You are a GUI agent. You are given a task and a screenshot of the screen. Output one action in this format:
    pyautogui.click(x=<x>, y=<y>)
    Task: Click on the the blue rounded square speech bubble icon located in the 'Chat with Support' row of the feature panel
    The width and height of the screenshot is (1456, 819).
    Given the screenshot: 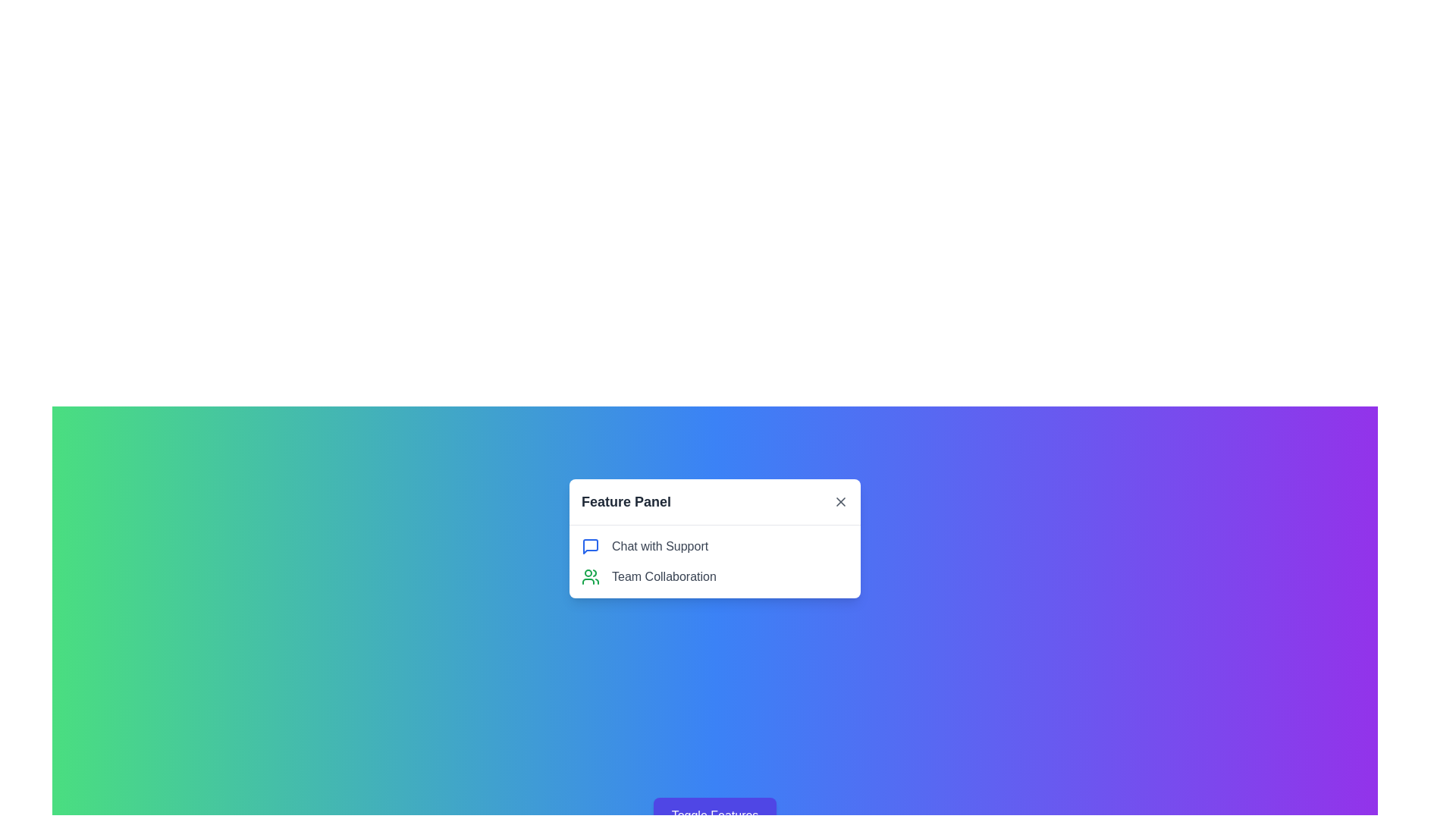 What is the action you would take?
    pyautogui.click(x=589, y=547)
    